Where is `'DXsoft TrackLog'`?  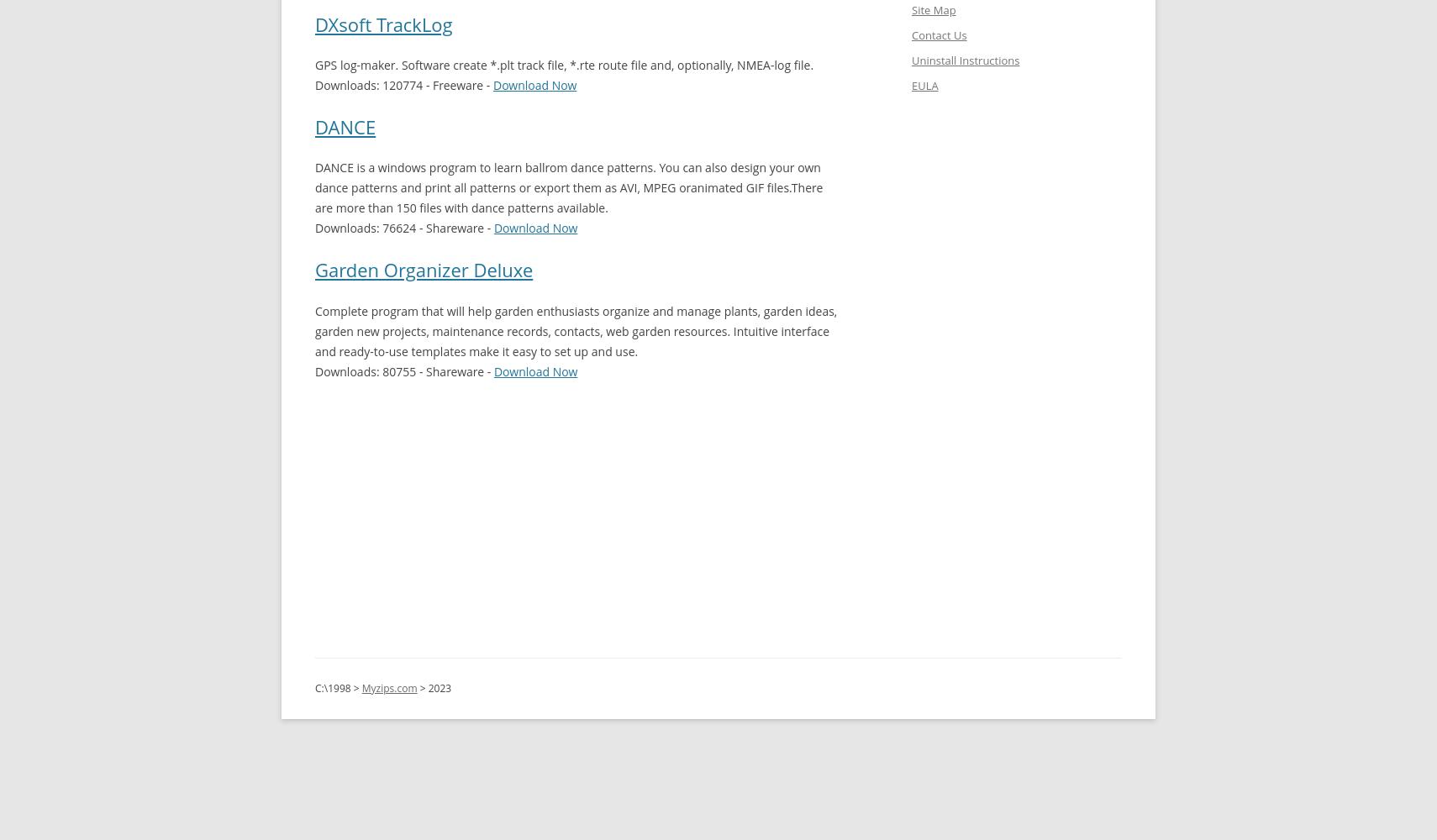
'DXsoft TrackLog' is located at coordinates (314, 24).